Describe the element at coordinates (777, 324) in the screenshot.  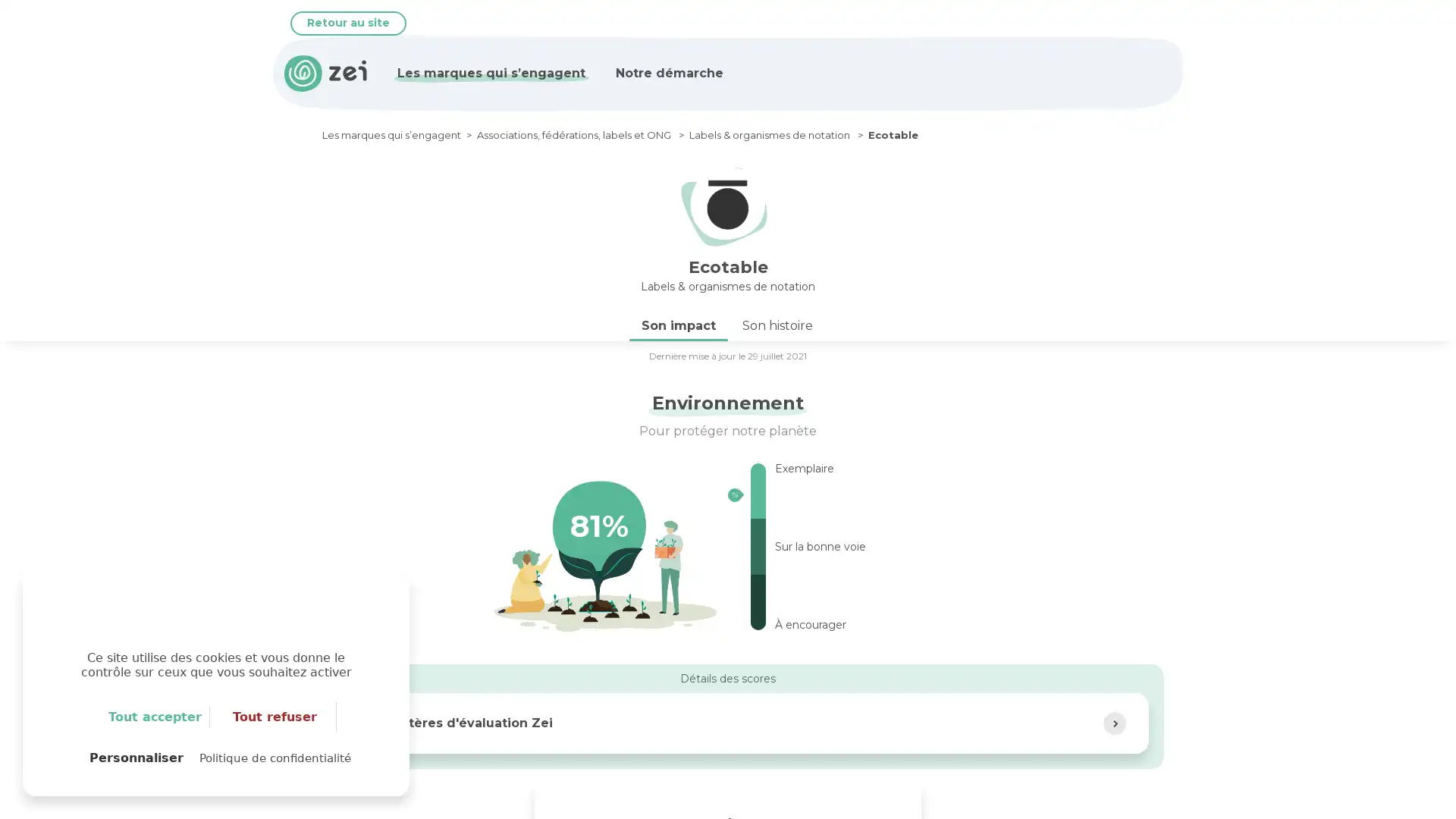
I see `Son histoire` at that location.